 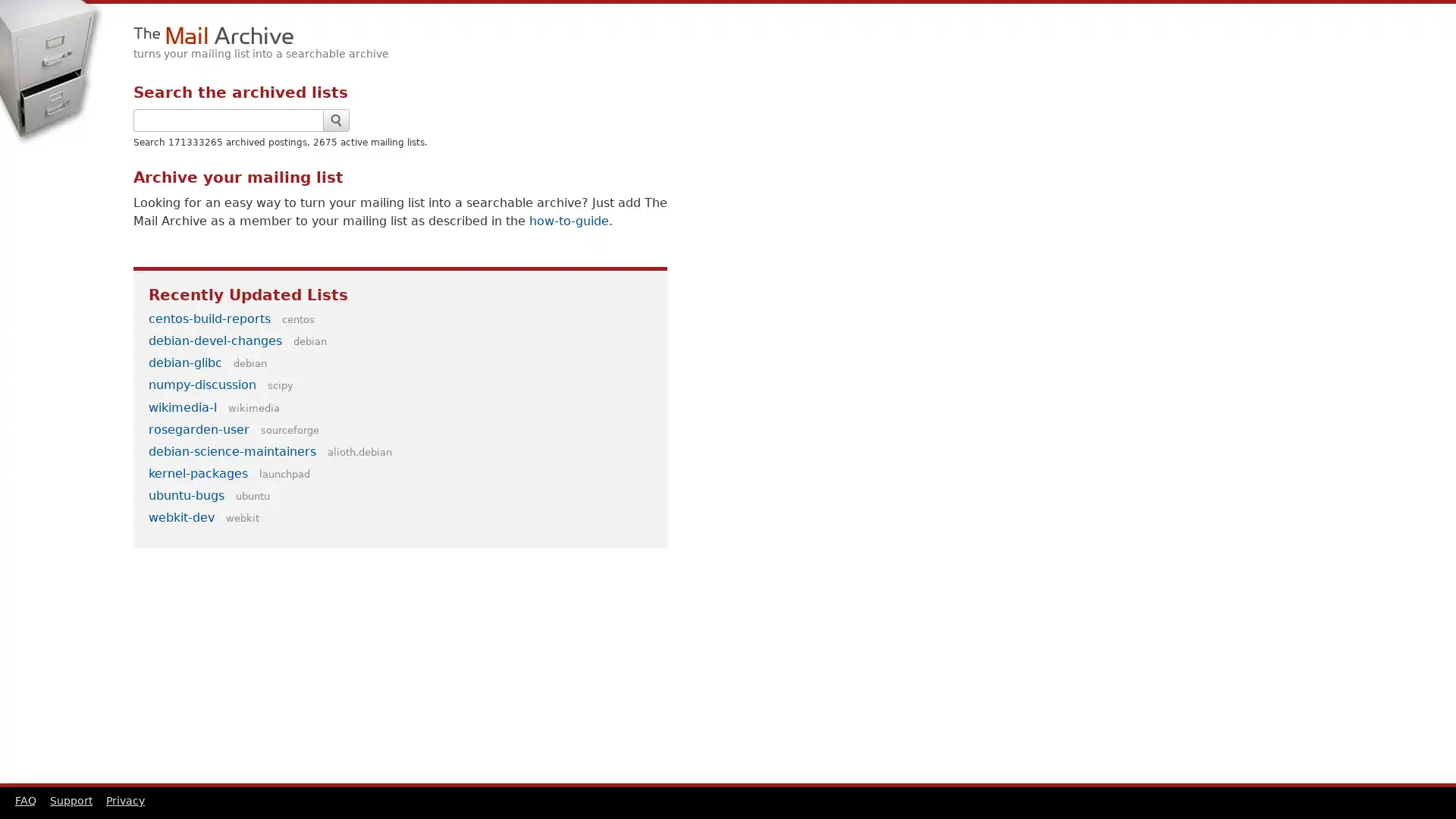 What do you see at coordinates (334, 119) in the screenshot?
I see `Search` at bounding box center [334, 119].